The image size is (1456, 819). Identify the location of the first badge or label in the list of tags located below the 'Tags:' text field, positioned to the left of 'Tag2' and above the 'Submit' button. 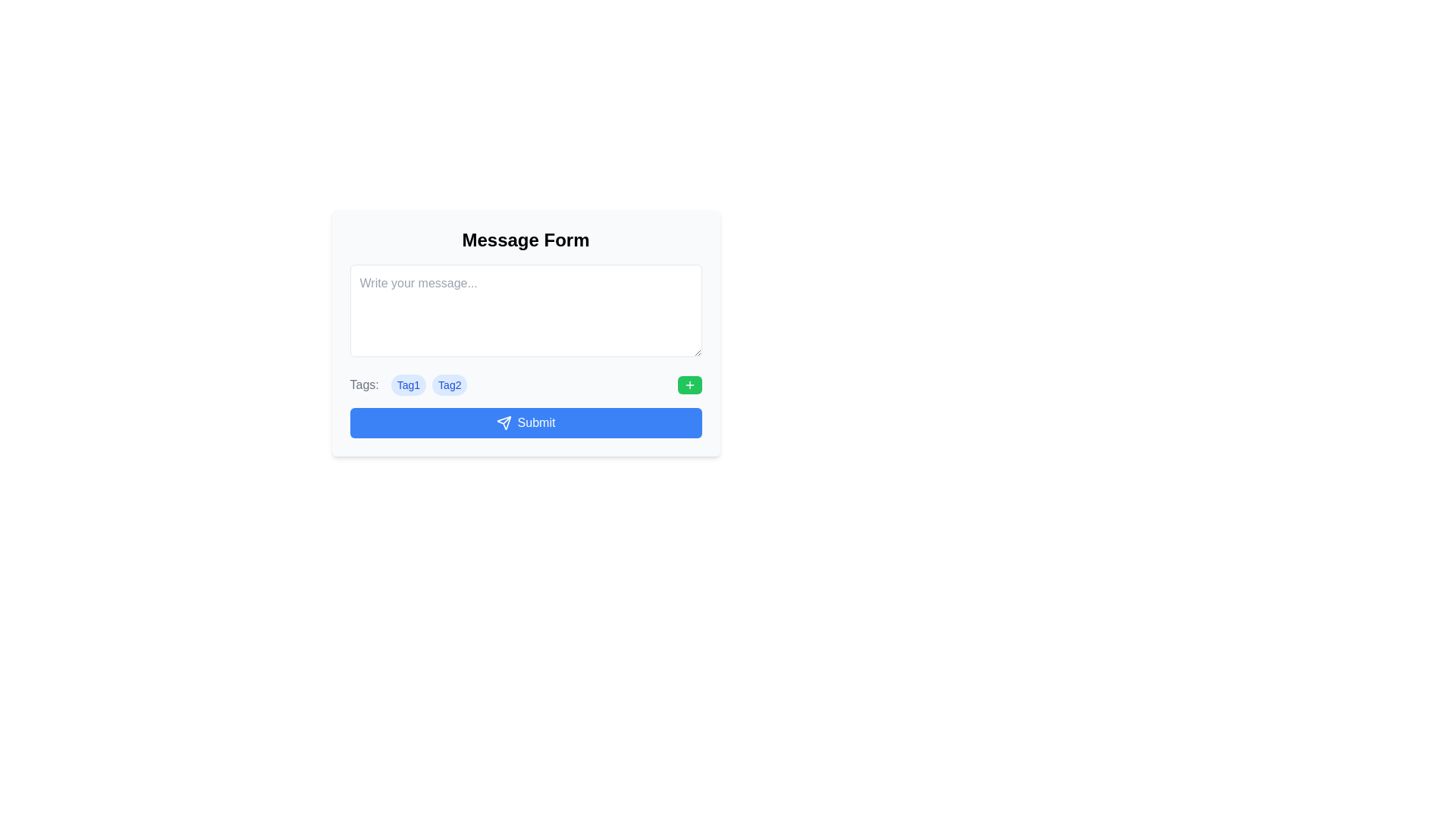
(408, 384).